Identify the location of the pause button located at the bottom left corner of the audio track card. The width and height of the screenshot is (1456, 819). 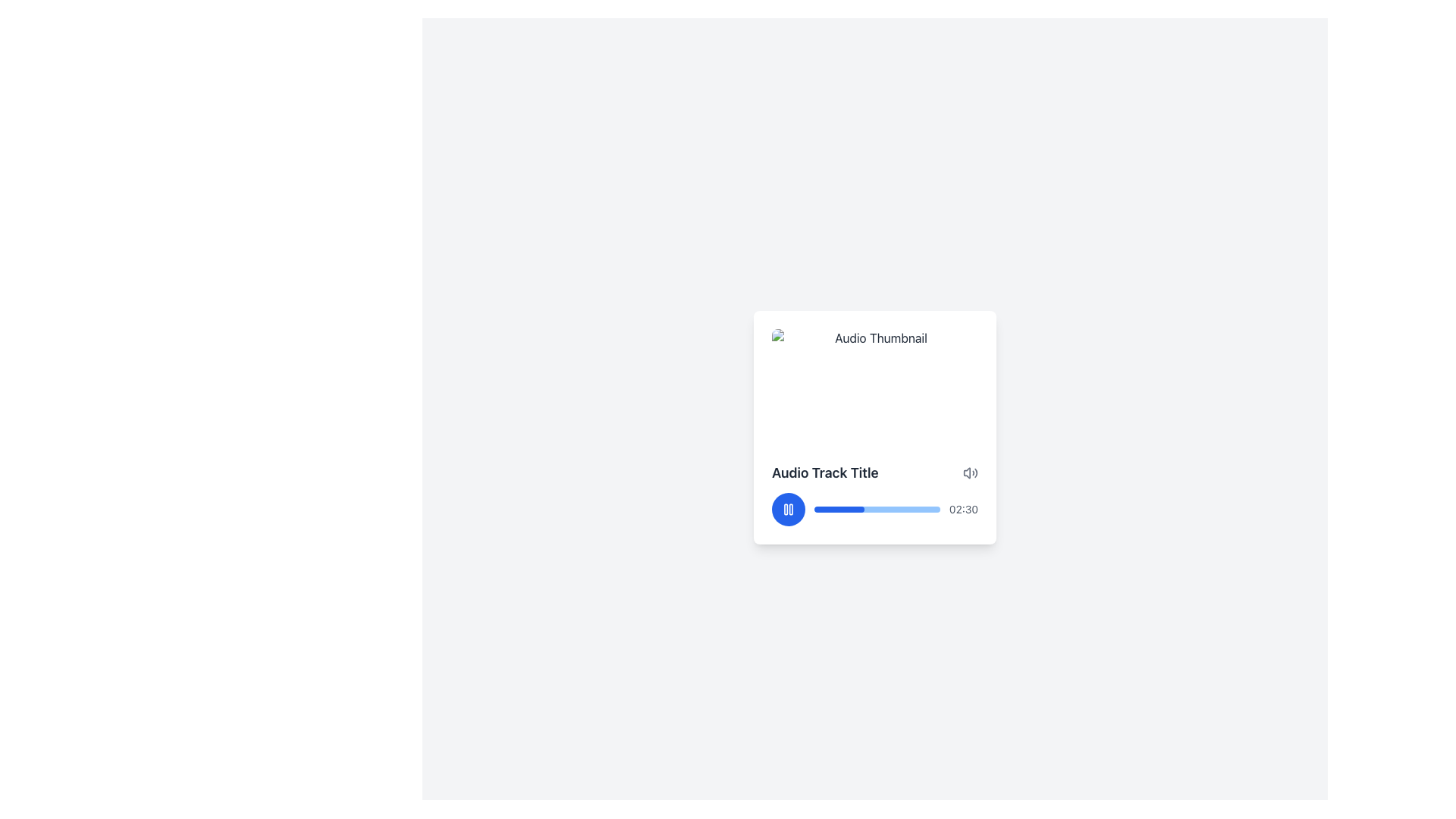
(789, 509).